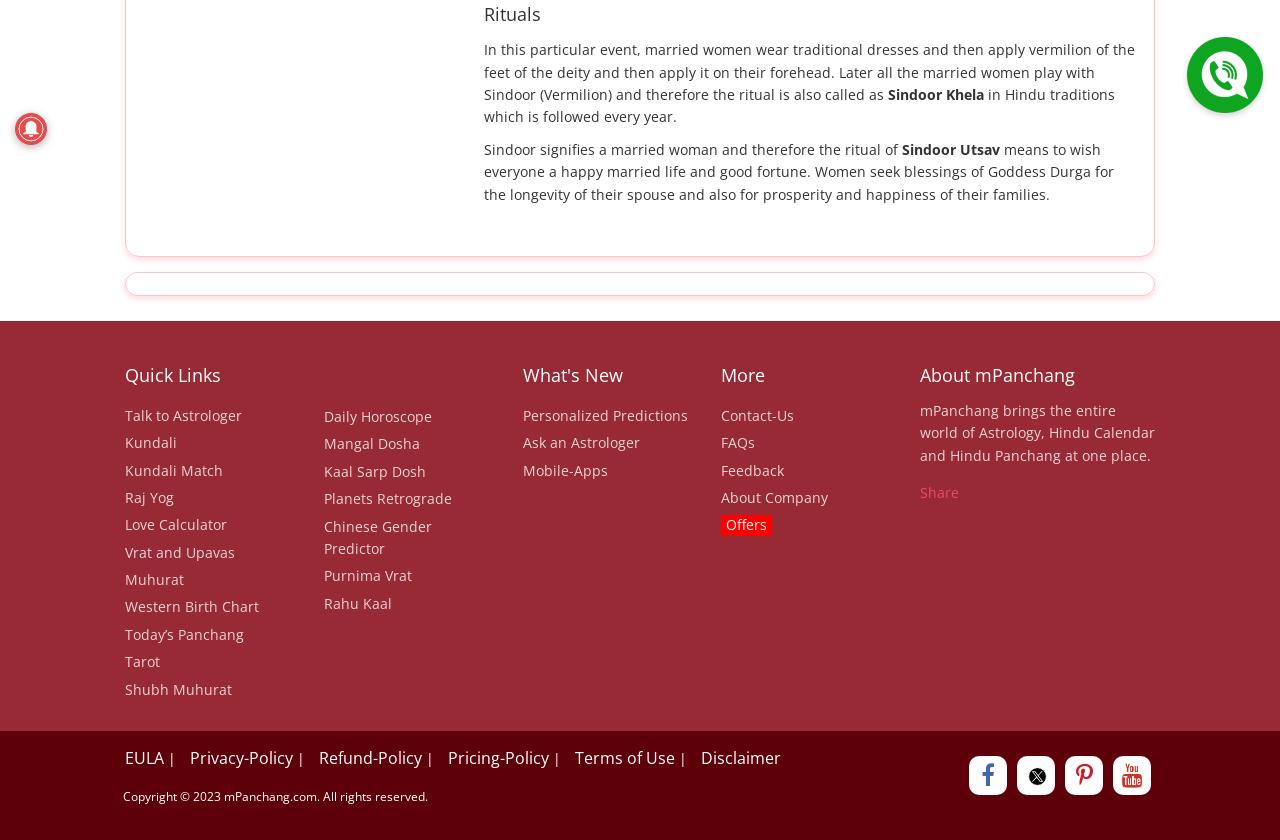  I want to click on 'Chinese Gender Predictor', so click(376, 536).